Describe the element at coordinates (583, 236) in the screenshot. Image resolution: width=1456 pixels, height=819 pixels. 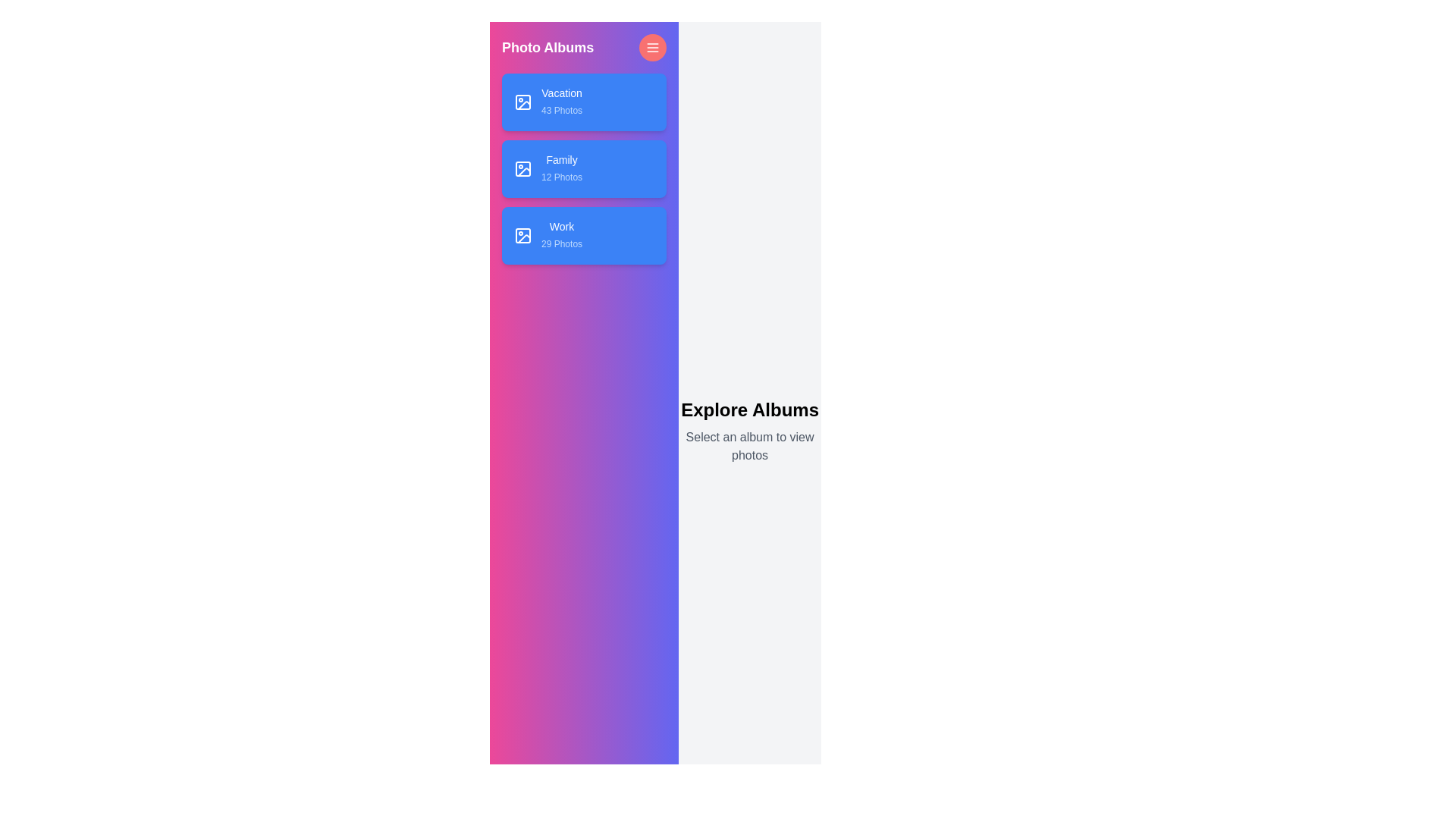
I see `the album named Work` at that location.